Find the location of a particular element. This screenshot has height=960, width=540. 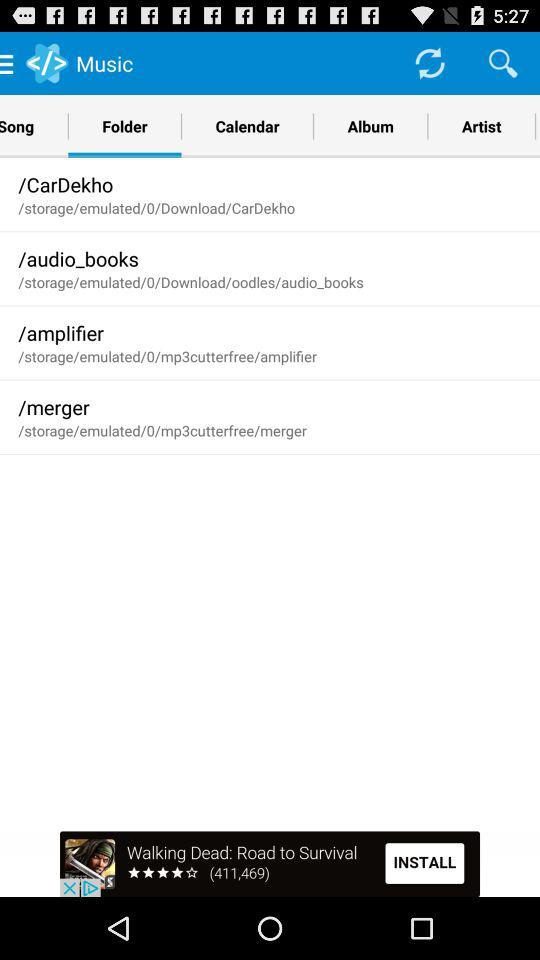

the refresh icon is located at coordinates (428, 67).